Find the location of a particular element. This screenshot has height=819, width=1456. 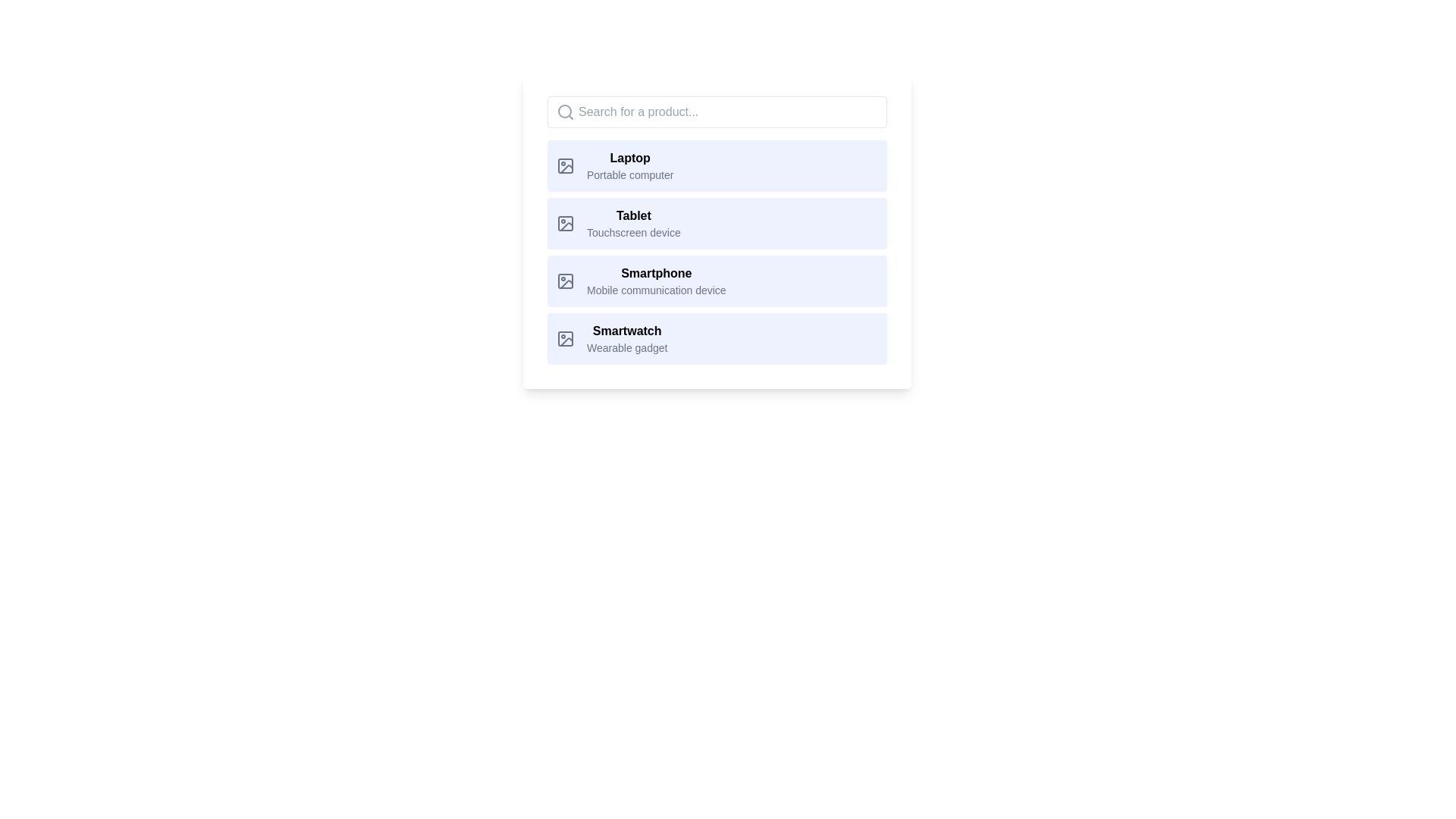

the 'Smartwatch' list item label is located at coordinates (627, 338).